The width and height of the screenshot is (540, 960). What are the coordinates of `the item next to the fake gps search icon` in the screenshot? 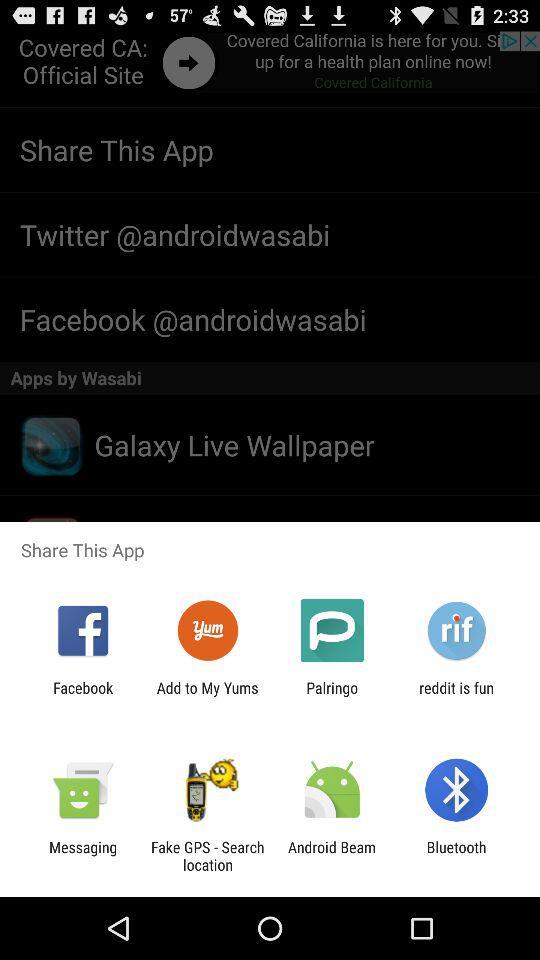 It's located at (332, 855).